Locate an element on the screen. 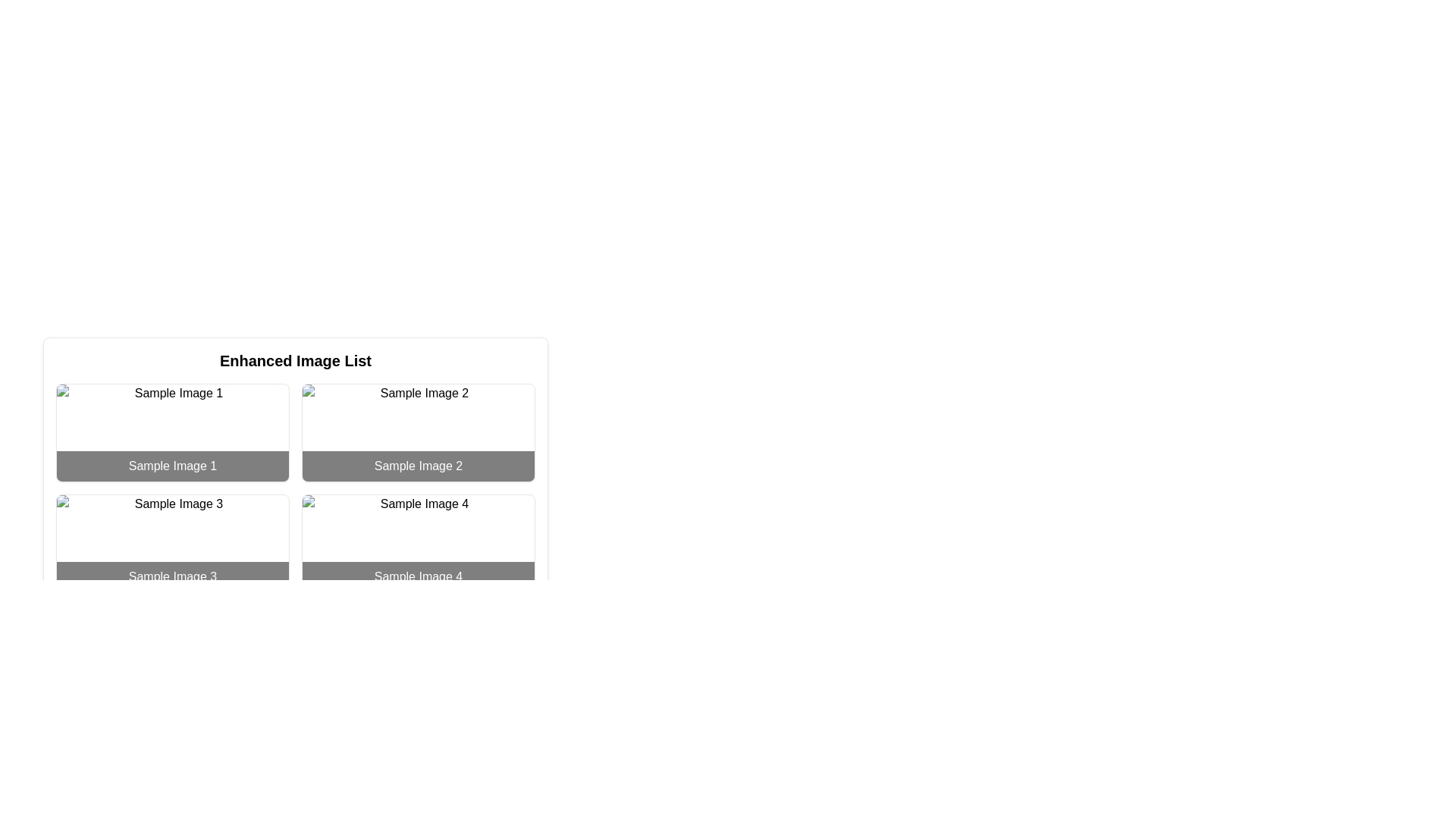 This screenshot has height=819, width=1456. image placeholder labeled 'Sample Image 4' visually by hovering over it to see the responsive scaling effect is located at coordinates (419, 543).